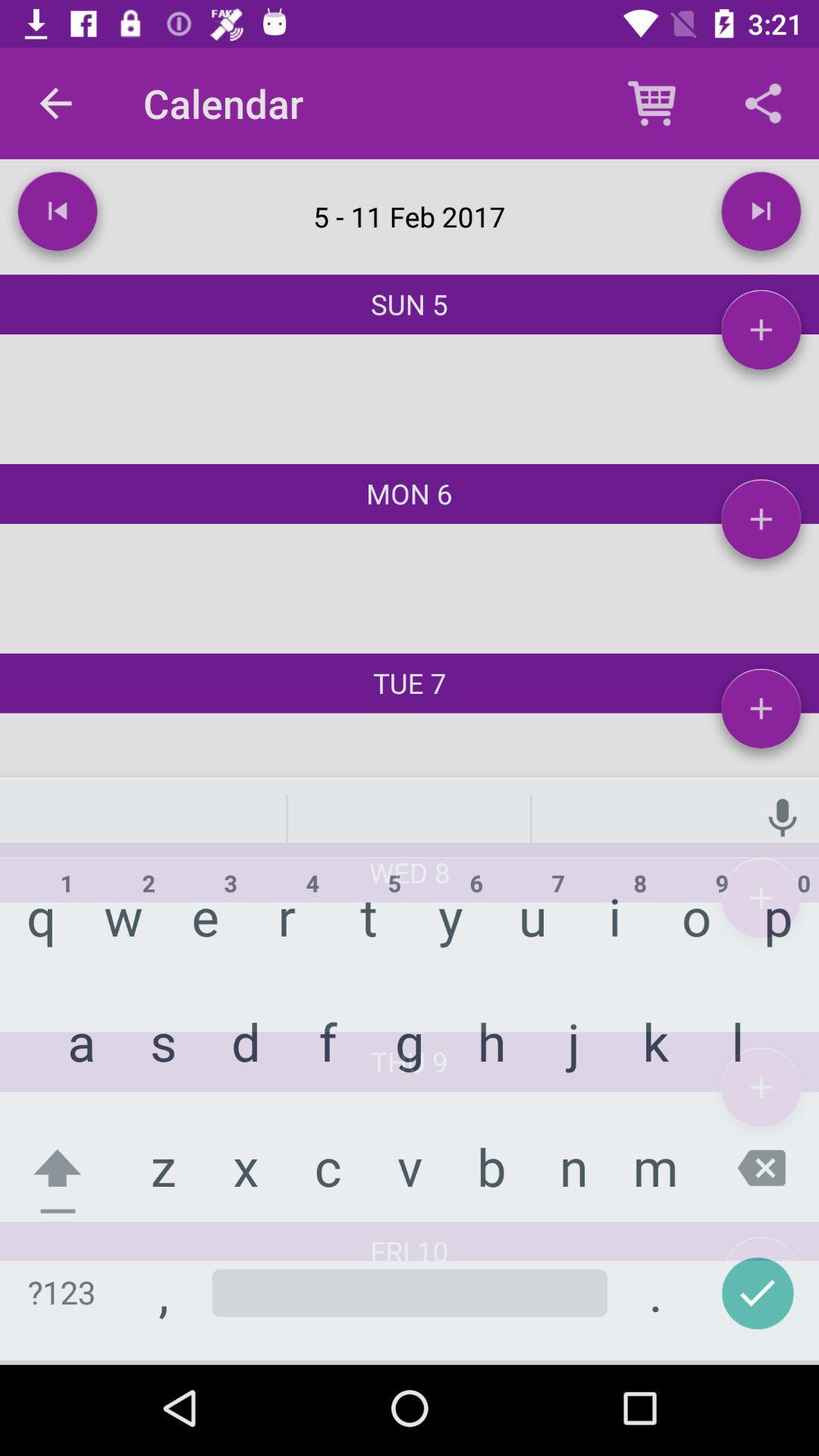 The image size is (819, 1456). What do you see at coordinates (57, 216) in the screenshot?
I see `the skip_previous icon` at bounding box center [57, 216].